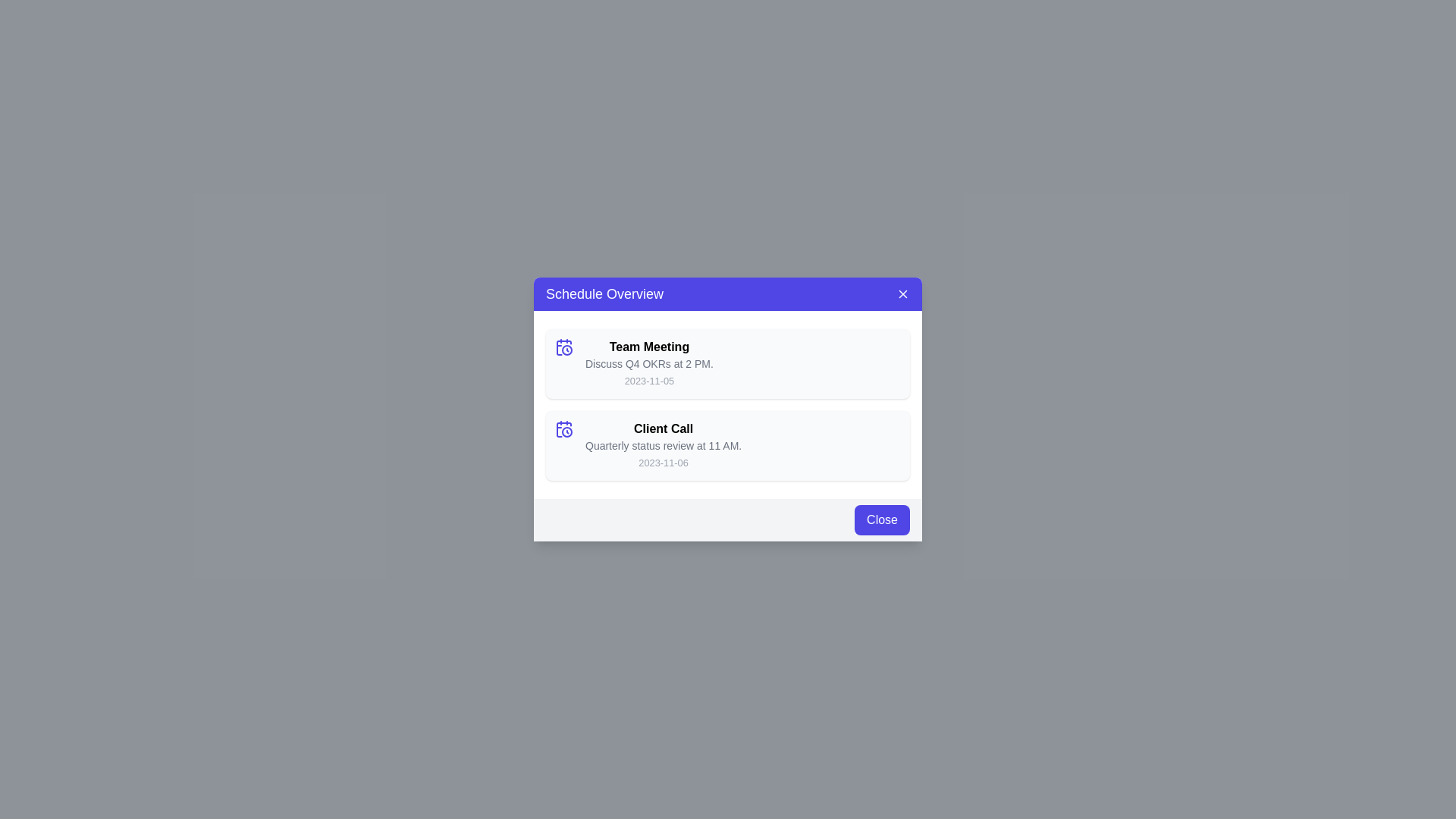 The height and width of the screenshot is (819, 1456). I want to click on the circular SVG element that is styled in indigo and located at the center of the clock portion of the calendar-clock icon, positioned to the left of the 'Client Call' entry in the 'Schedule Overview' dialog, so click(566, 350).